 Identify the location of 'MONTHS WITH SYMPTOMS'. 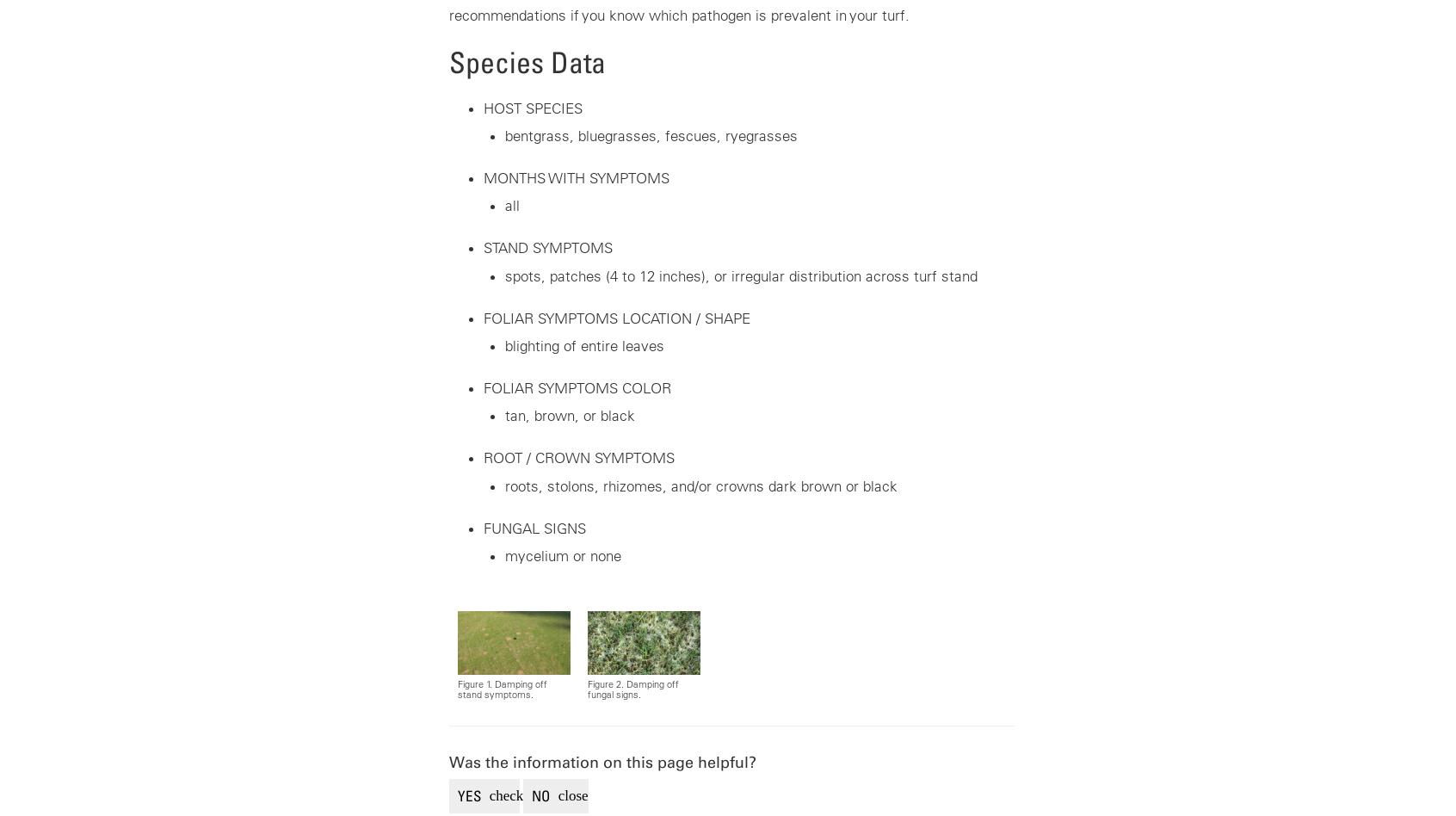
(576, 176).